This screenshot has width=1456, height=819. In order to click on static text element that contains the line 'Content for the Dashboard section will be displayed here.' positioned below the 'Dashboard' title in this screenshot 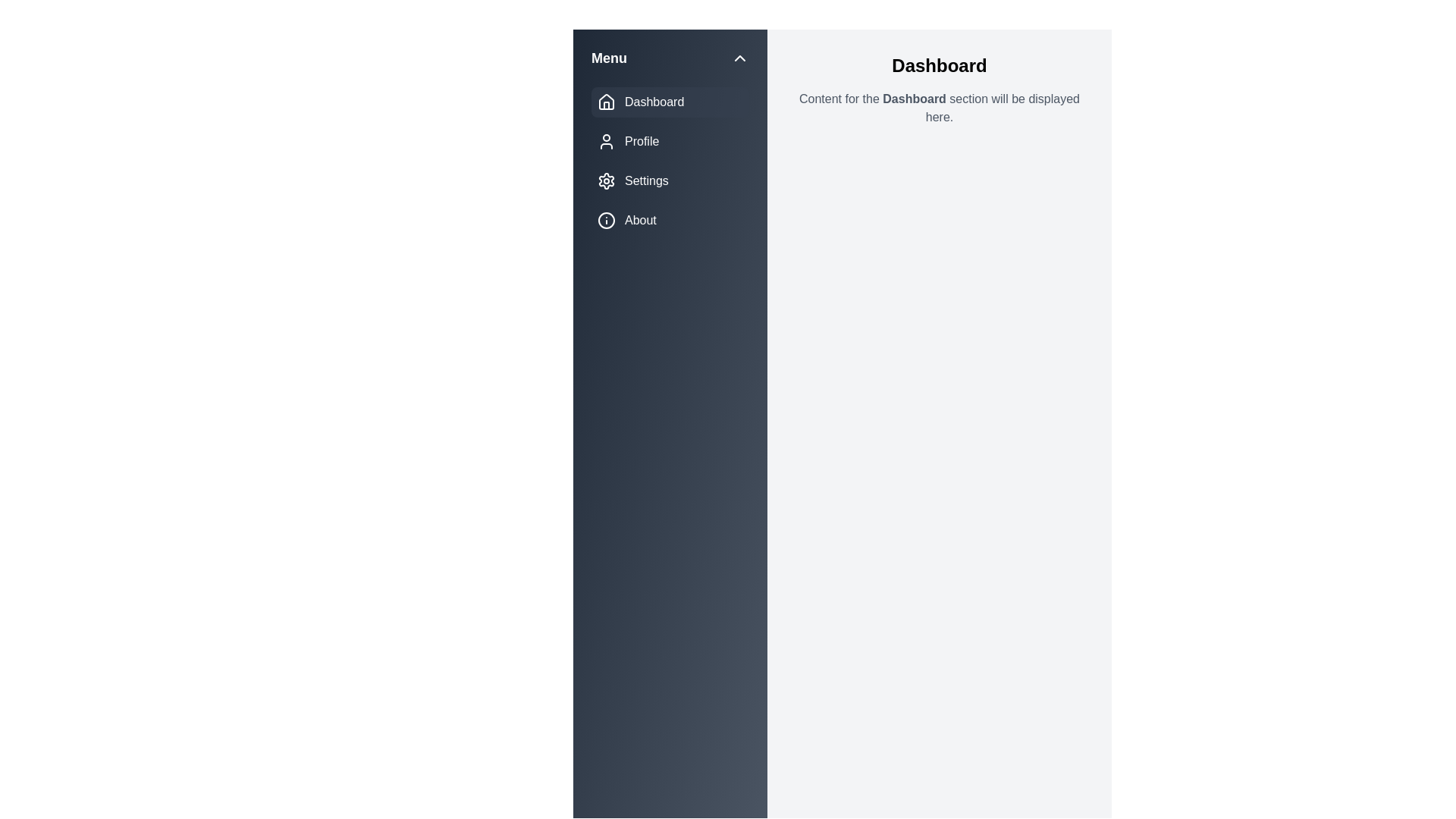, I will do `click(938, 107)`.